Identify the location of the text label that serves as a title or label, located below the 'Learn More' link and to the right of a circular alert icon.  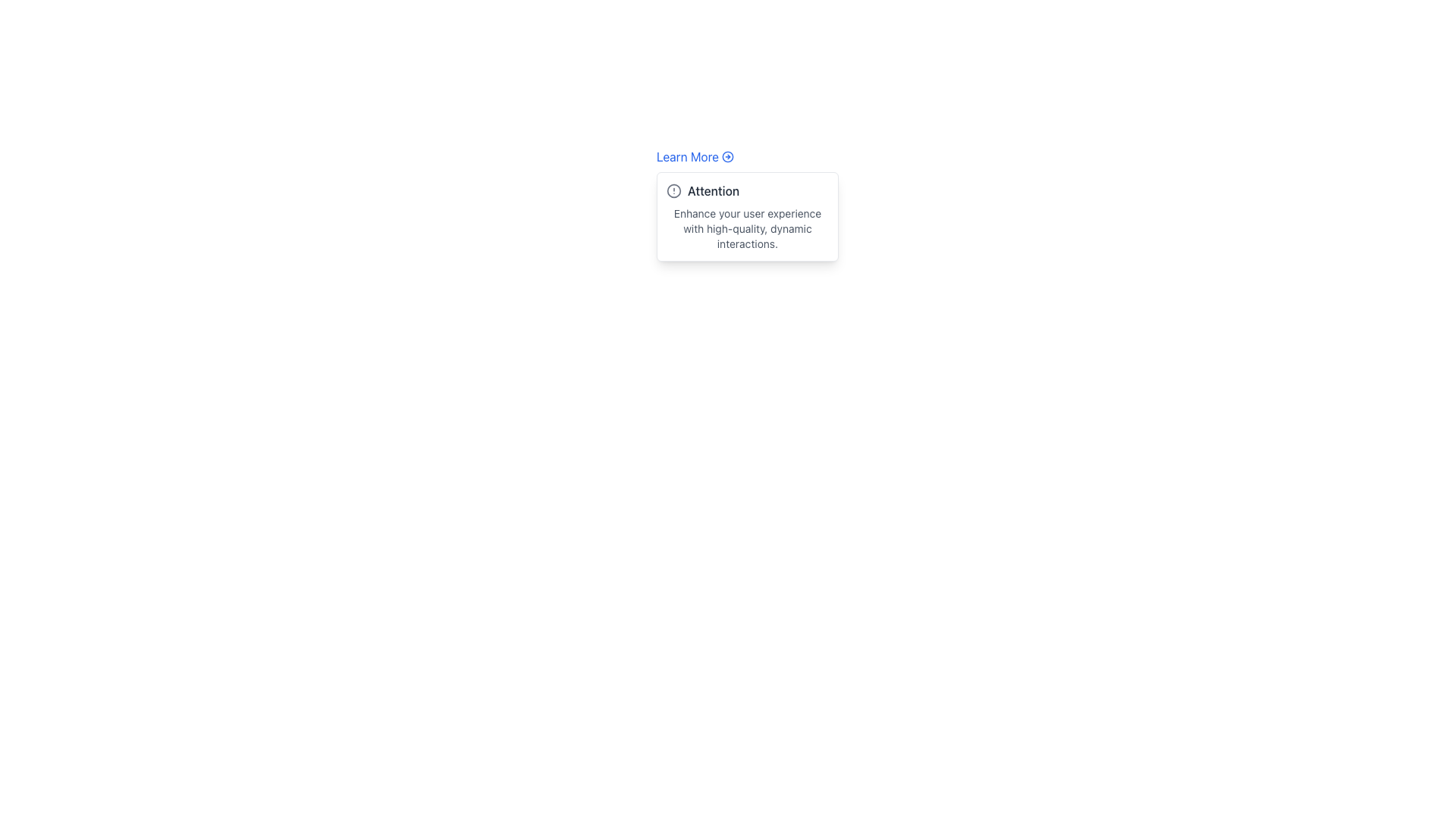
(712, 190).